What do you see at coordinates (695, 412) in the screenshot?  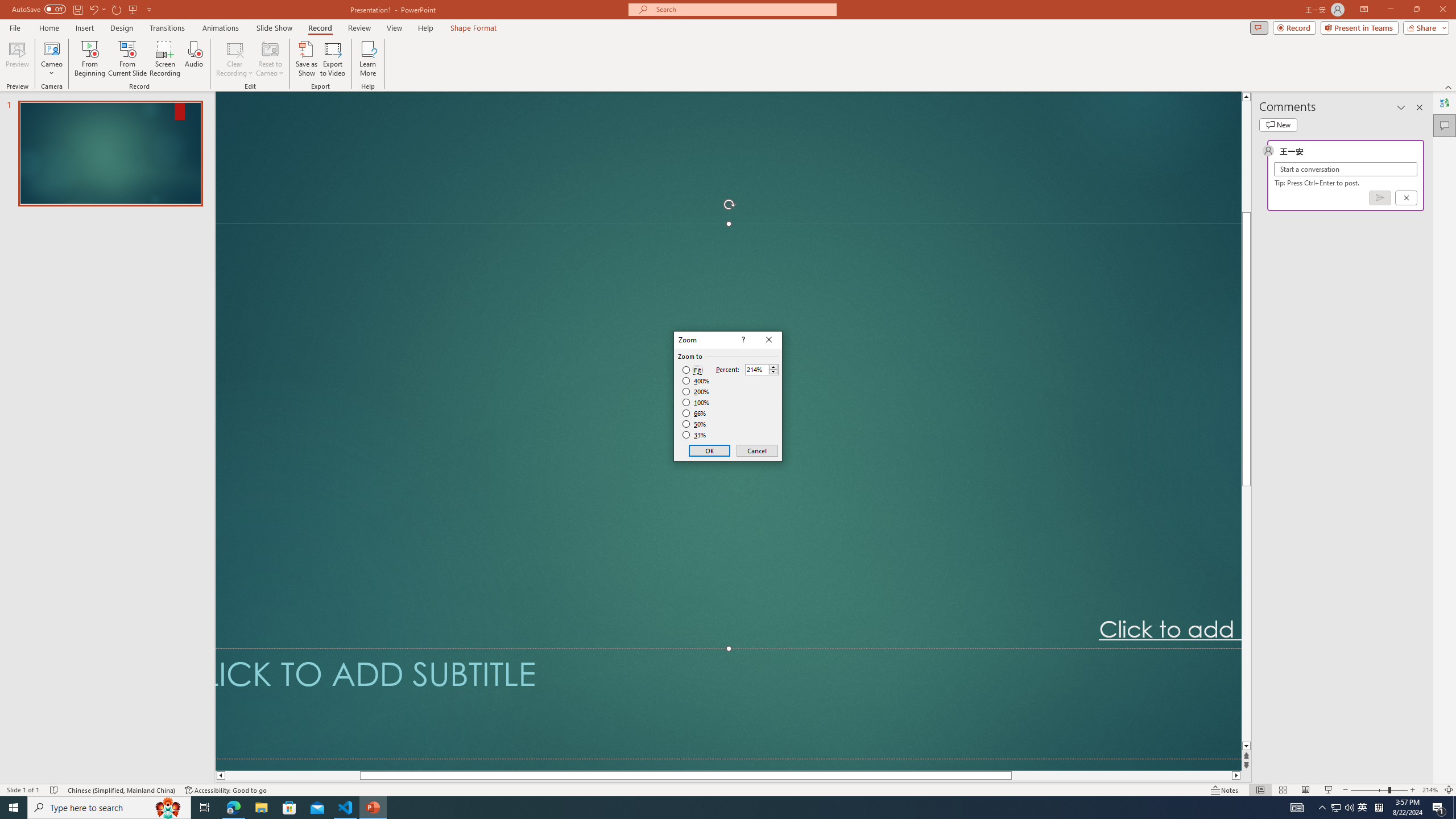 I see `'66%'` at bounding box center [695, 412].